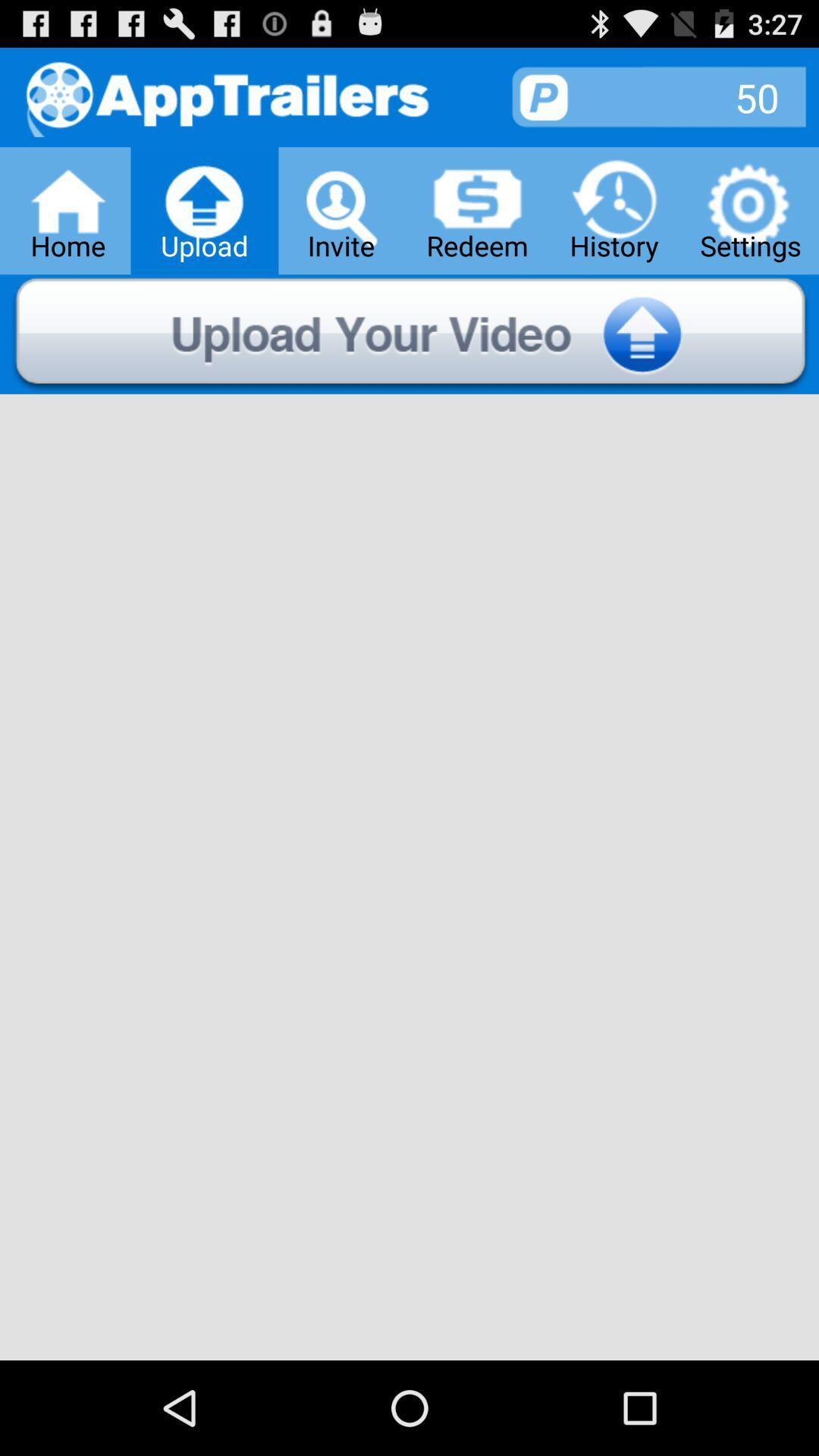  What do you see at coordinates (409, 334) in the screenshot?
I see `upload video` at bounding box center [409, 334].